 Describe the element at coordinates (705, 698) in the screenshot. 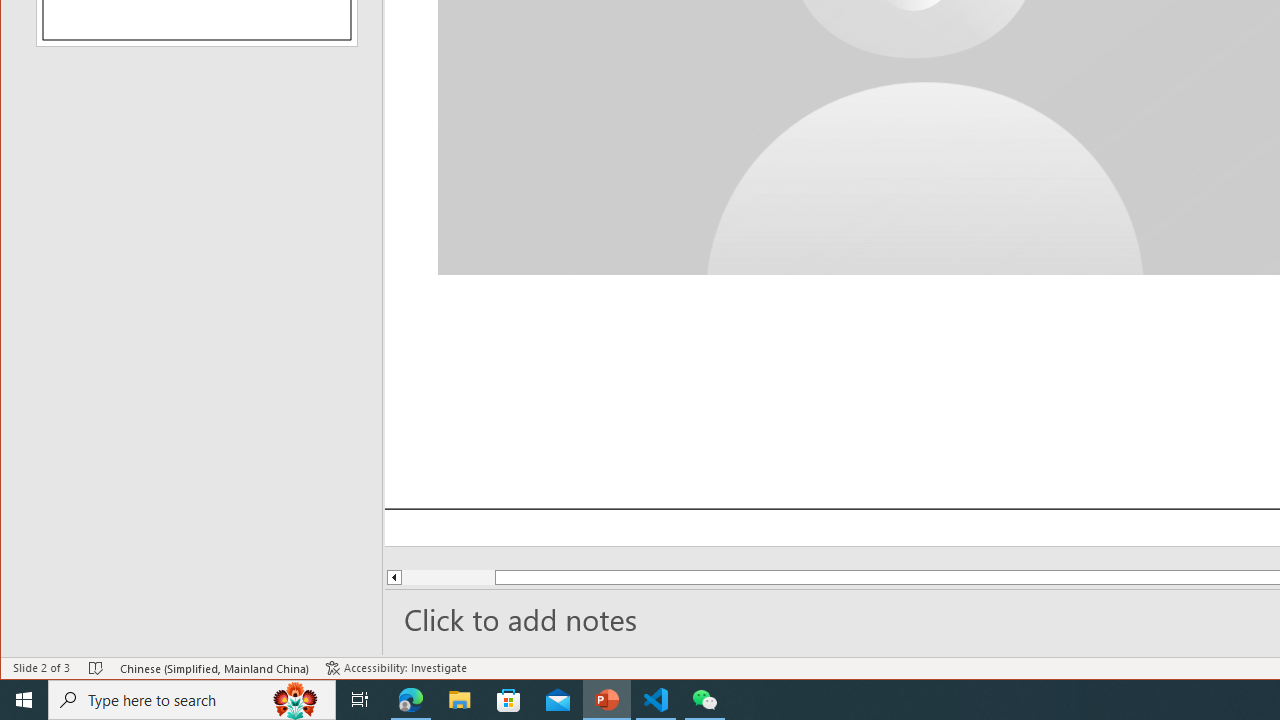

I see `'WeChat - 1 running window'` at that location.